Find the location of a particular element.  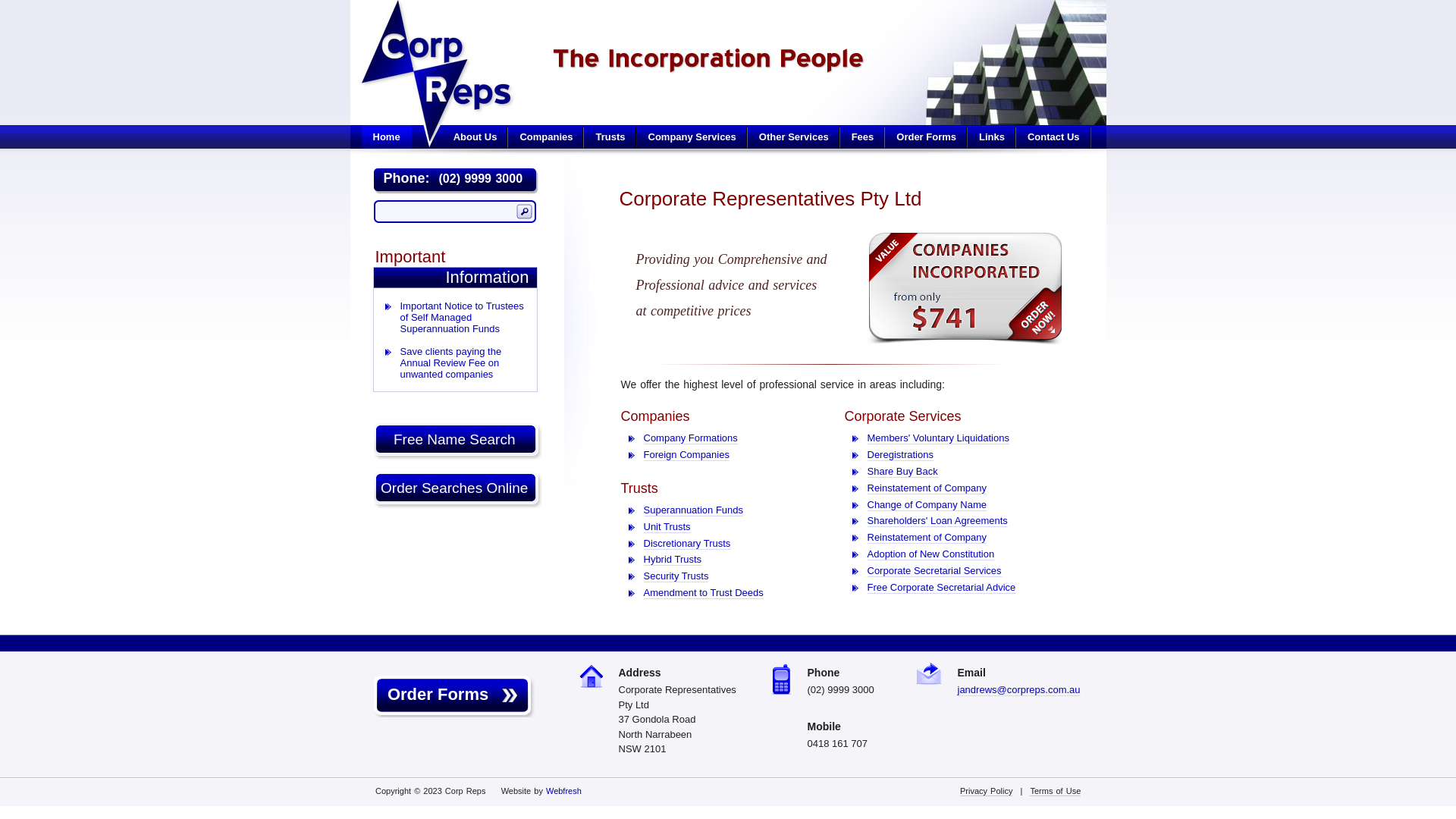

'Terms of Use' is located at coordinates (1054, 790).